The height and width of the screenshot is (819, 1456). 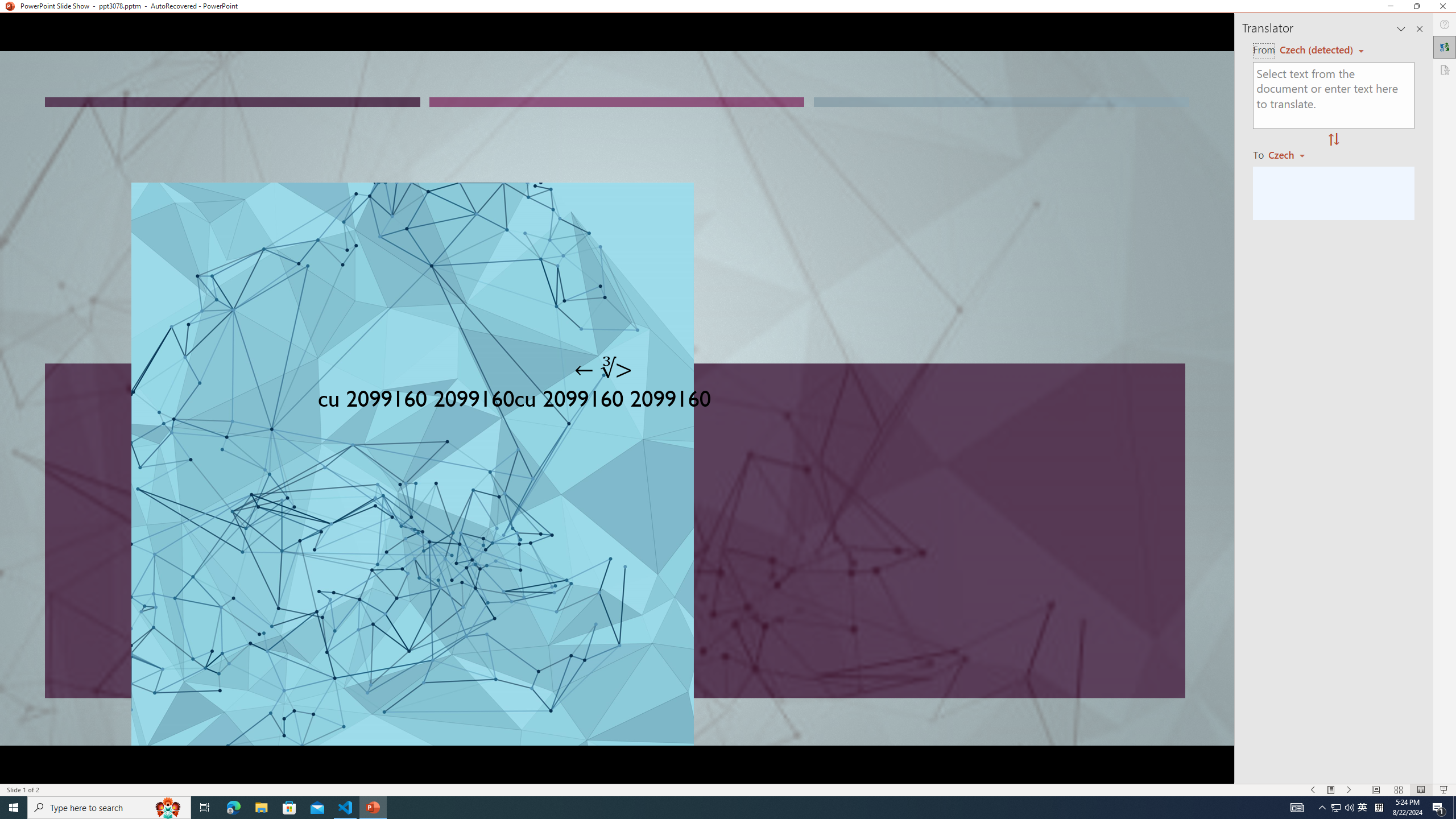 What do you see at coordinates (1317, 50) in the screenshot?
I see `'Czech (detected)'` at bounding box center [1317, 50].